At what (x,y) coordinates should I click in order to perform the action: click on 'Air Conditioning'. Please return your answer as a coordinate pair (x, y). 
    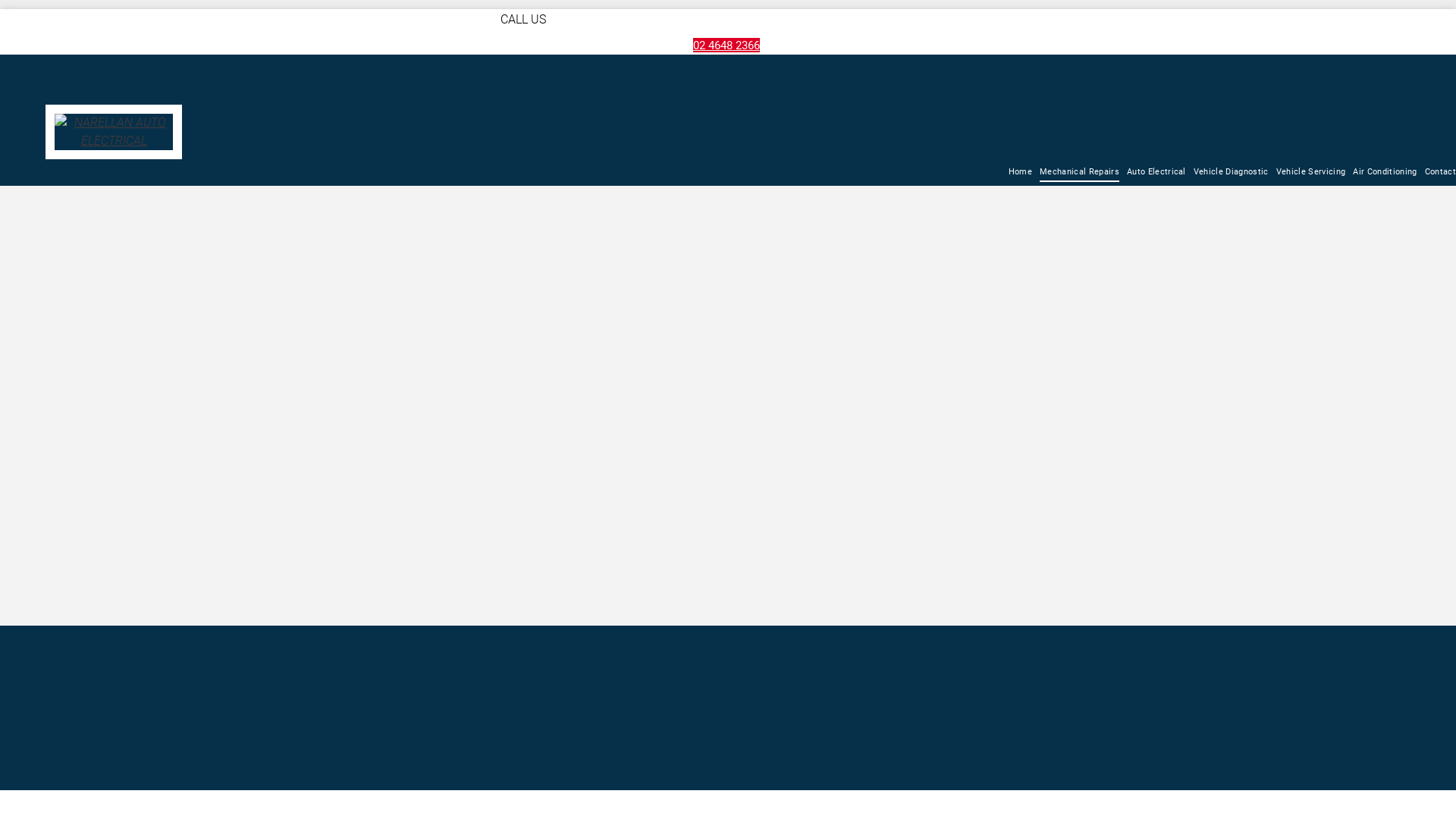
    Looking at the image, I should click on (1384, 171).